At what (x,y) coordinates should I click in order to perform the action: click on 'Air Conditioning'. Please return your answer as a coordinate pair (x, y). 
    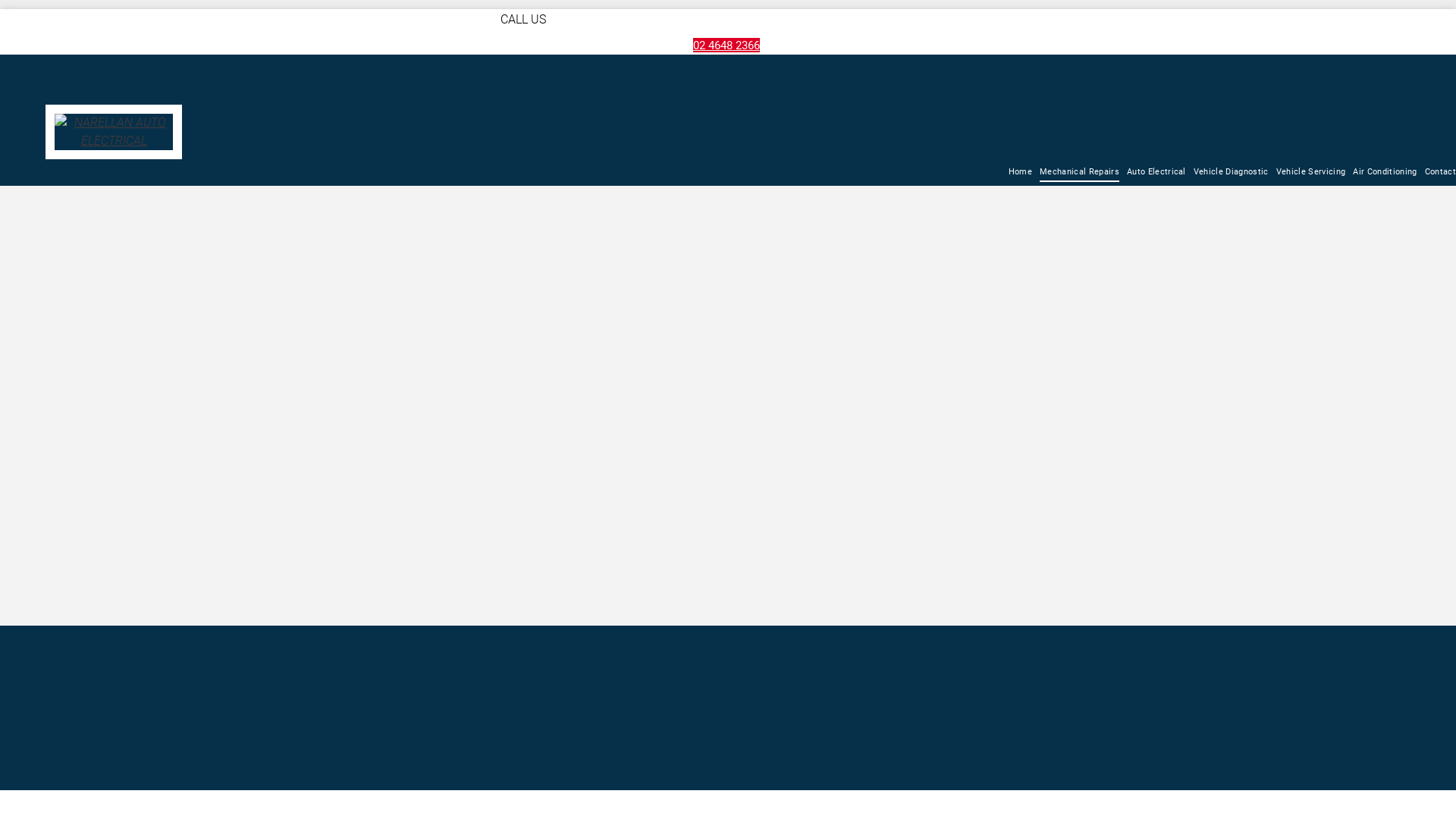
    Looking at the image, I should click on (1384, 171).